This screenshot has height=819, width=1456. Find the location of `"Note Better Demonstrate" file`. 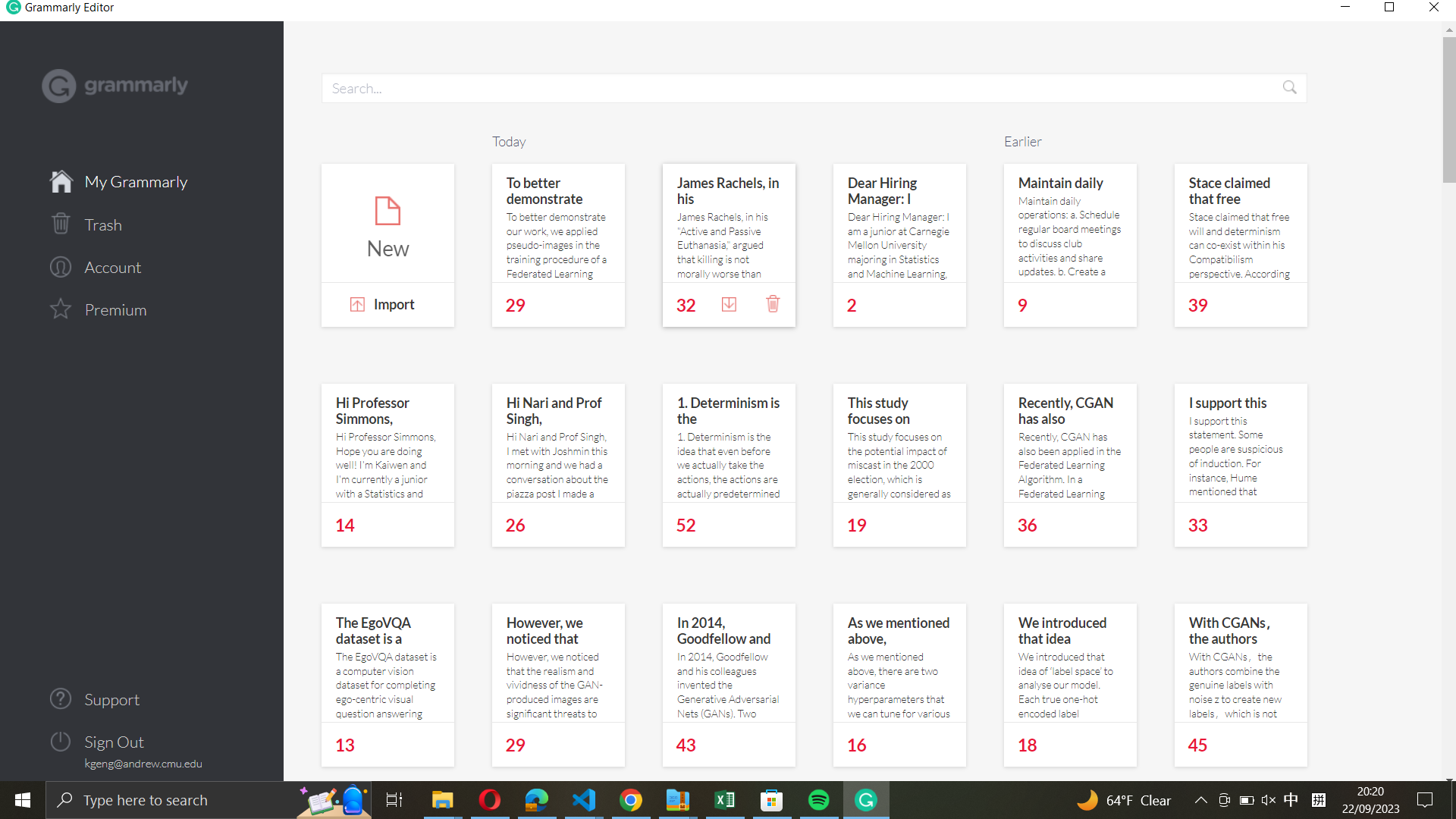

"Note Better Demonstrate" file is located at coordinates (557, 222).